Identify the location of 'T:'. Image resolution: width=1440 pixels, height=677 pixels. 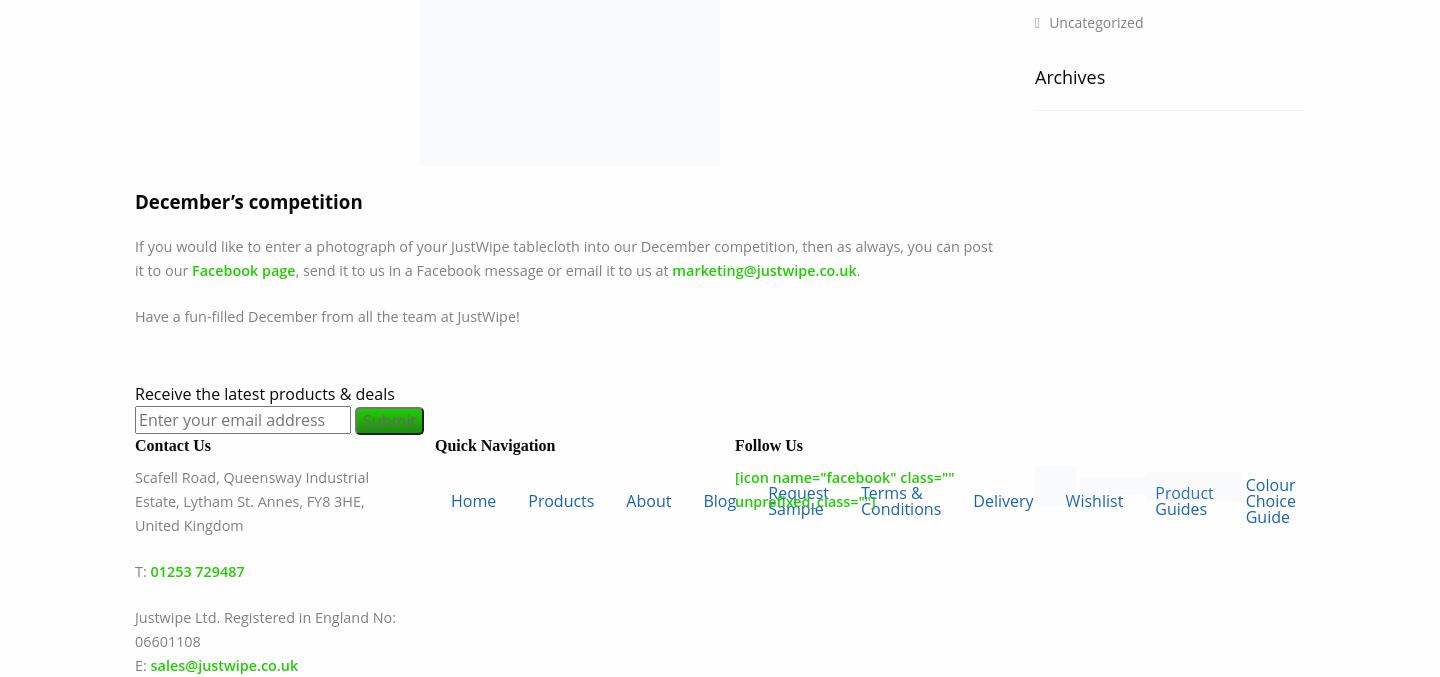
(134, 570).